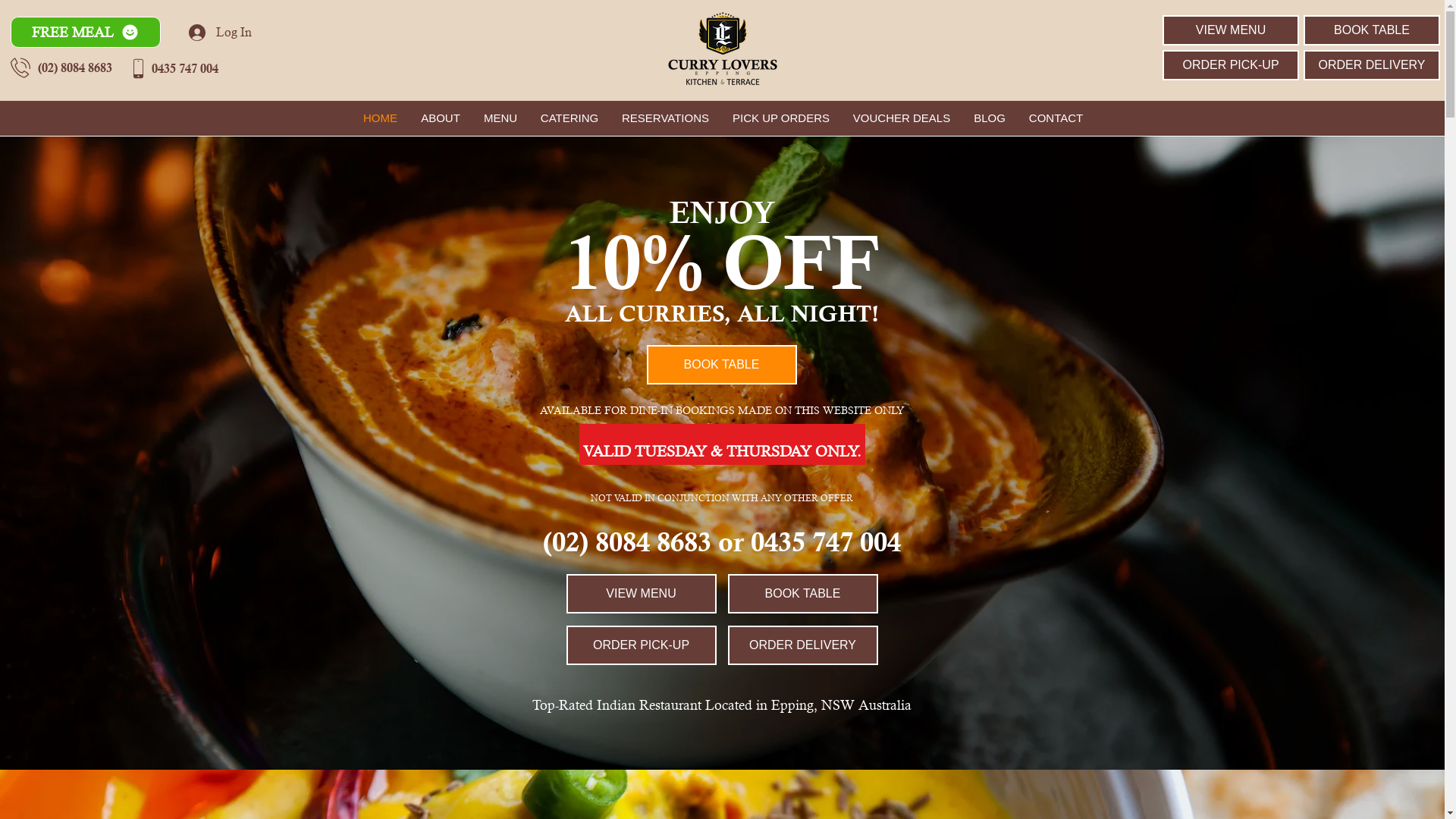 This screenshot has width=1456, height=819. Describe the element at coordinates (219, 32) in the screenshot. I see `'Log In'` at that location.